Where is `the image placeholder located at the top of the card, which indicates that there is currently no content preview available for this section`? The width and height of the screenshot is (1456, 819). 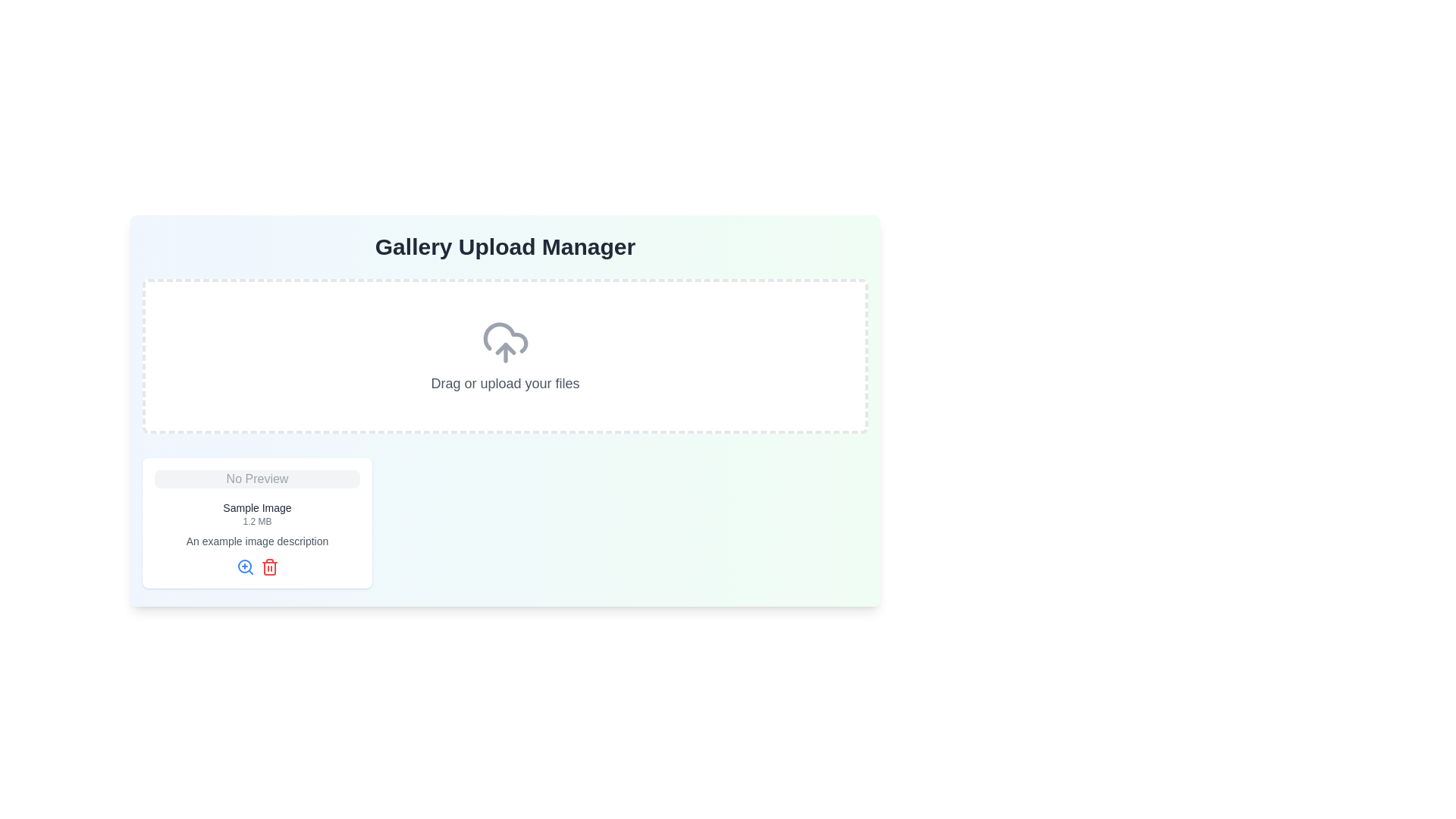
the image placeholder located at the top of the card, which indicates that there is currently no content preview available for this section is located at coordinates (257, 479).